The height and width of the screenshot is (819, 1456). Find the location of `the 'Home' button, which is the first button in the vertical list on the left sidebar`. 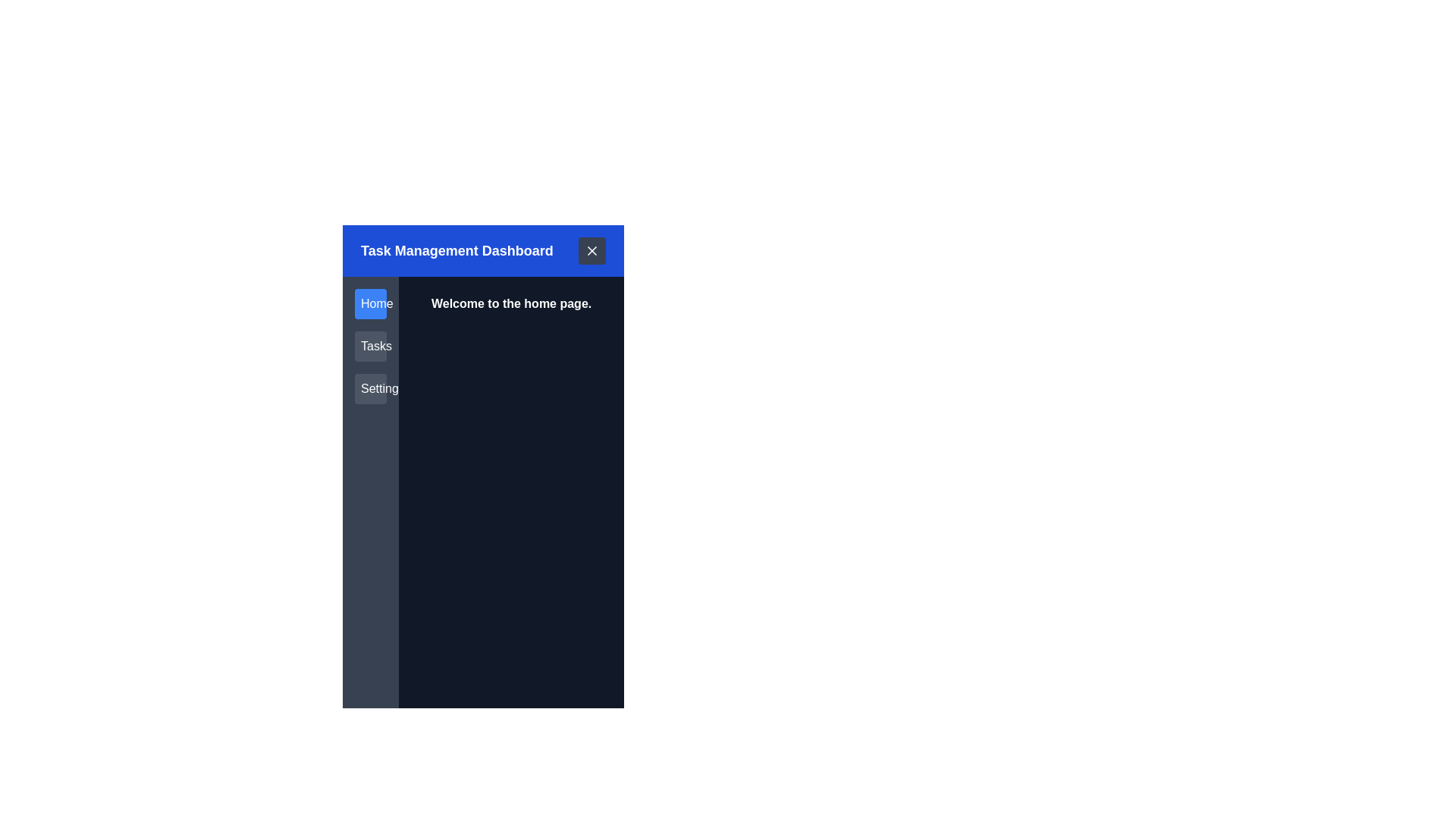

the 'Home' button, which is the first button in the vertical list on the left sidebar is located at coordinates (371, 304).